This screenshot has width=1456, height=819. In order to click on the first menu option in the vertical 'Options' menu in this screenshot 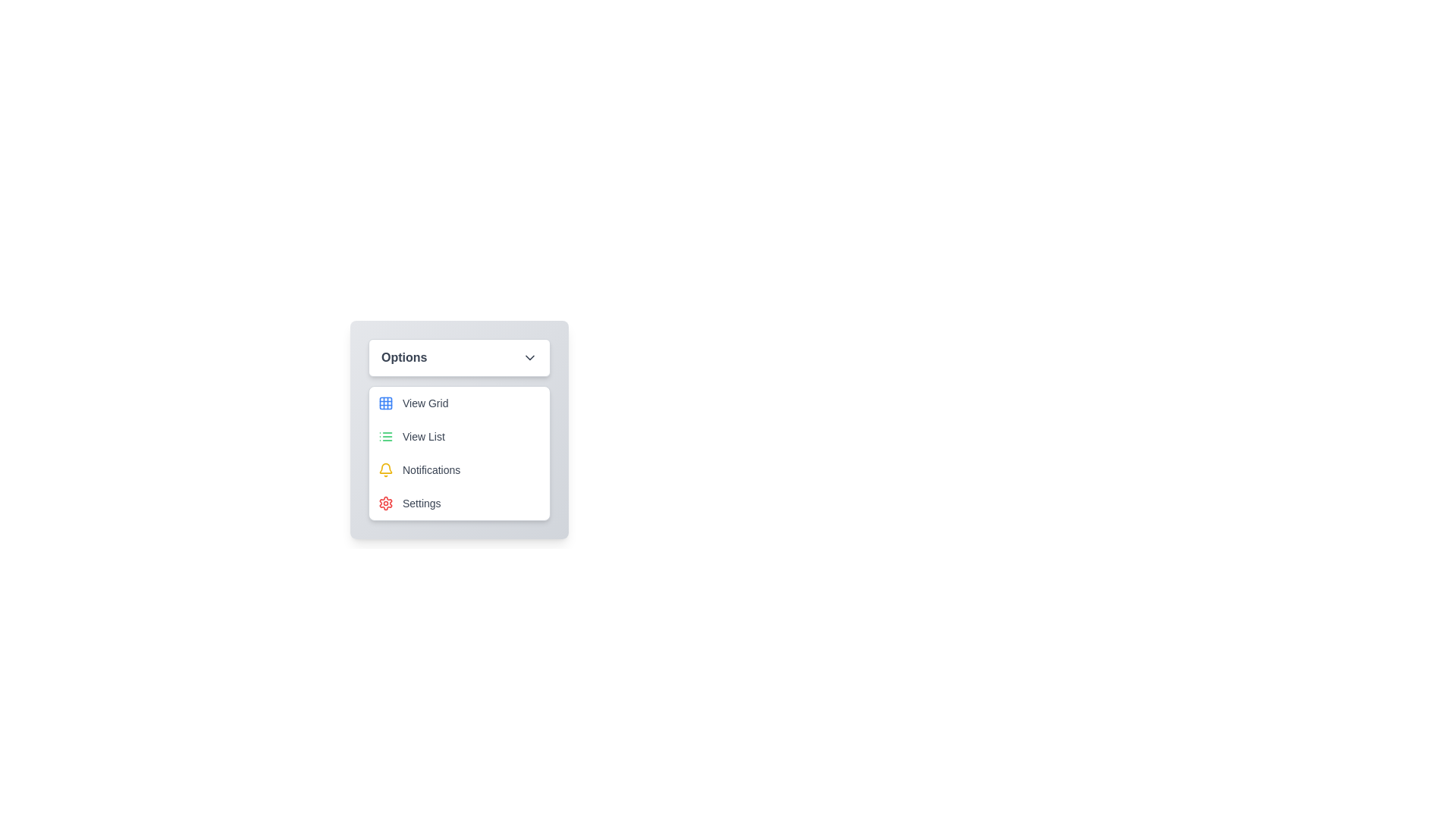, I will do `click(458, 403)`.